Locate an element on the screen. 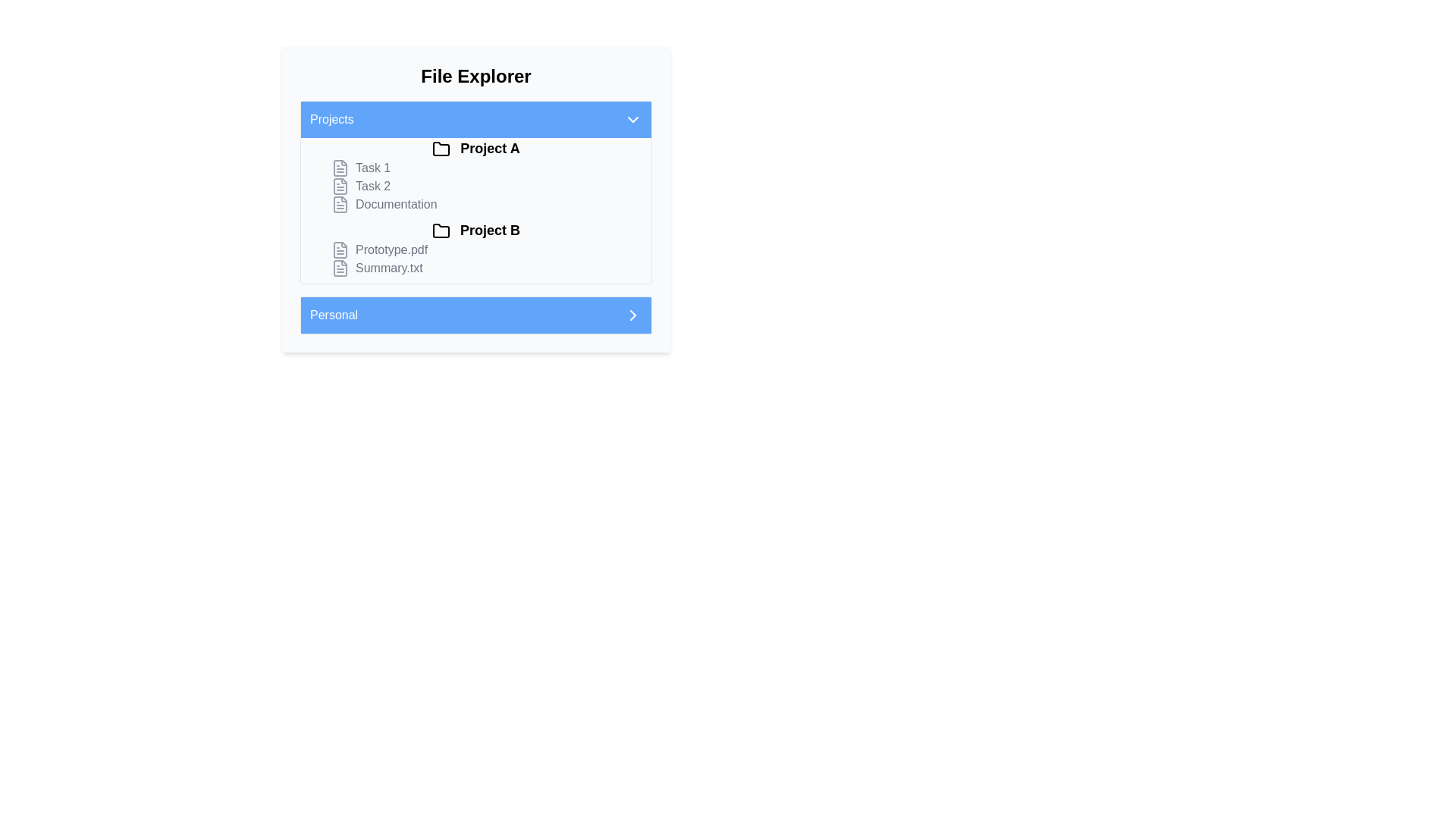  the document icon is located at coordinates (340, 186).